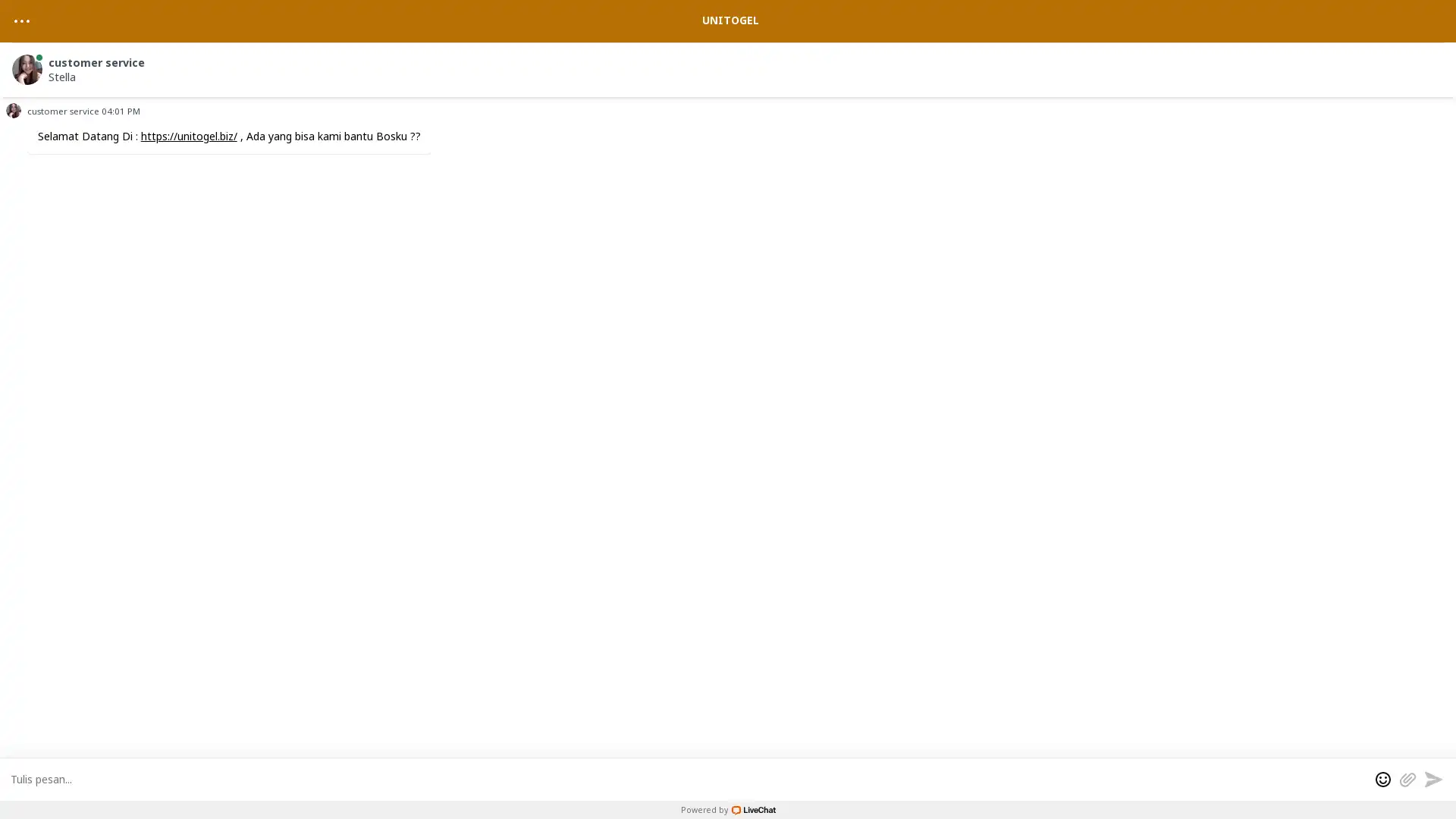  I want to click on Send a file, so click(1407, 778).